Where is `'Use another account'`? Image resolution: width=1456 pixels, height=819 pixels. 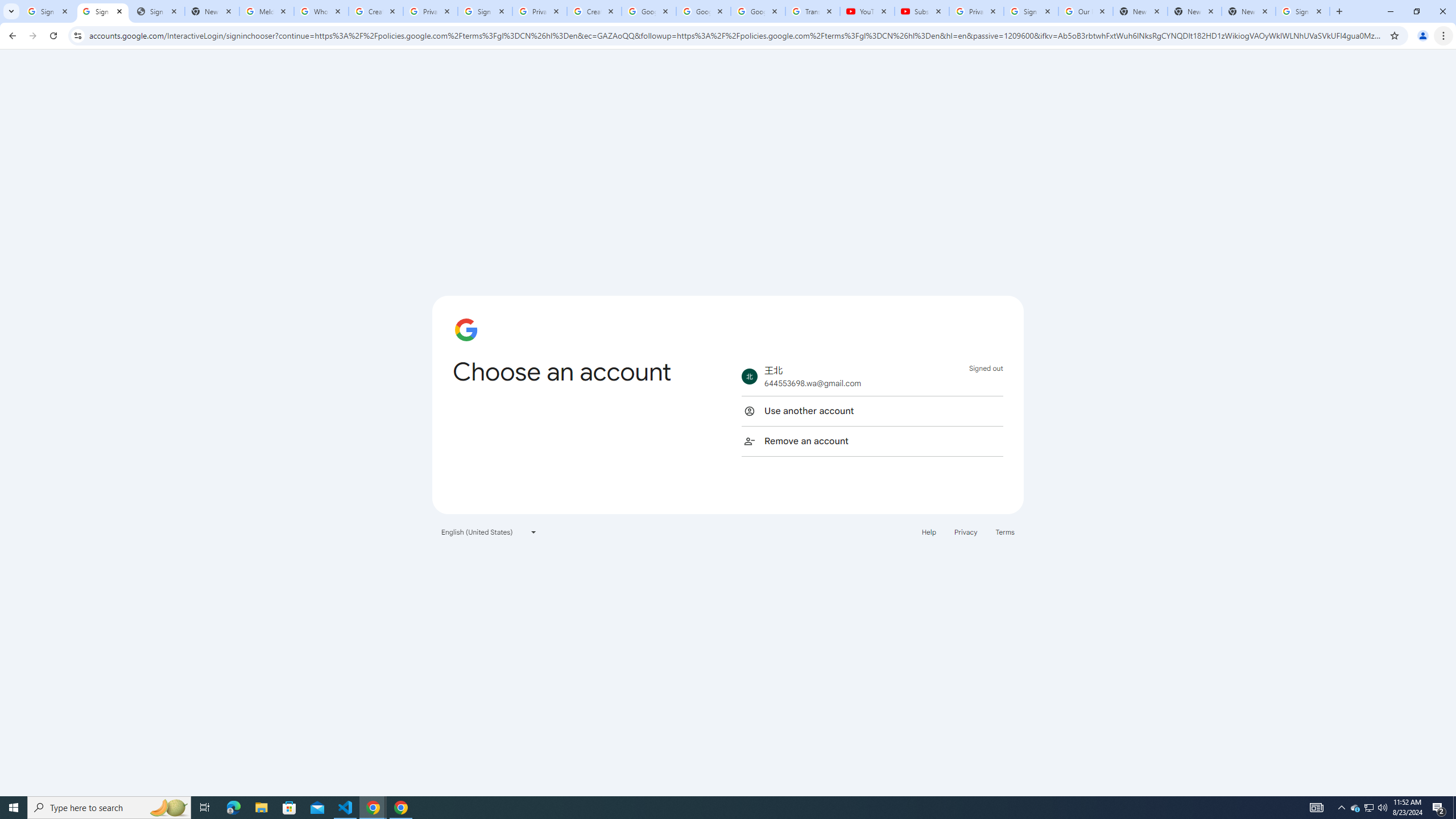
'Use another account' is located at coordinates (871, 410).